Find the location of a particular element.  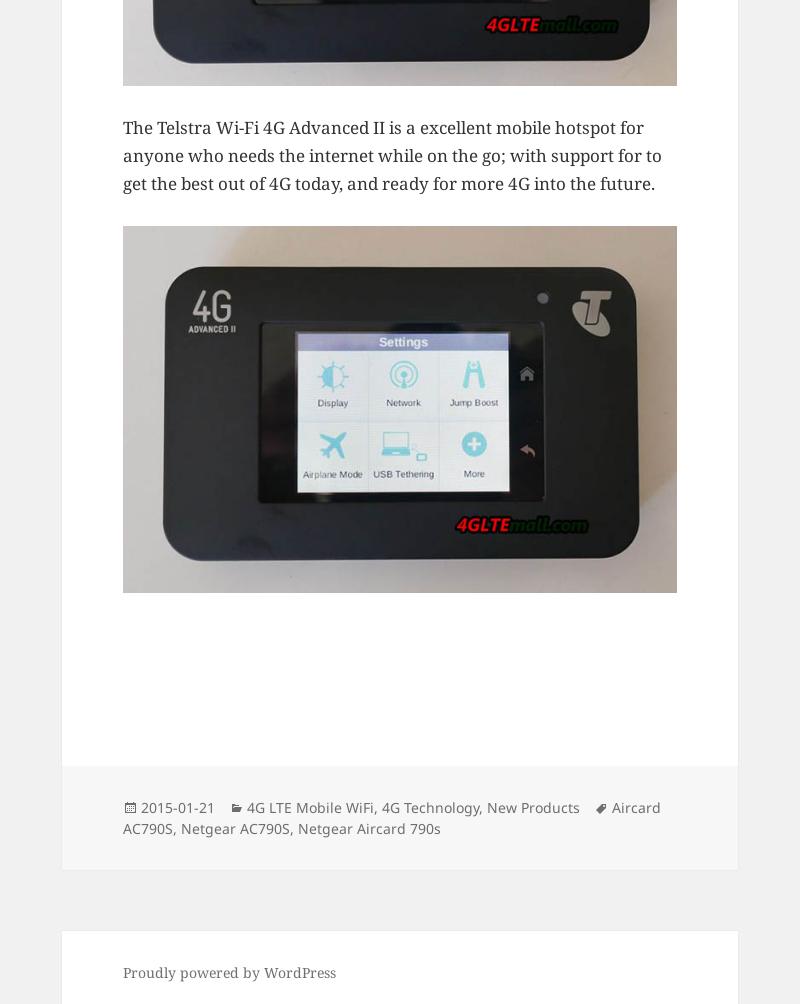

'Netgear AC790S' is located at coordinates (234, 827).